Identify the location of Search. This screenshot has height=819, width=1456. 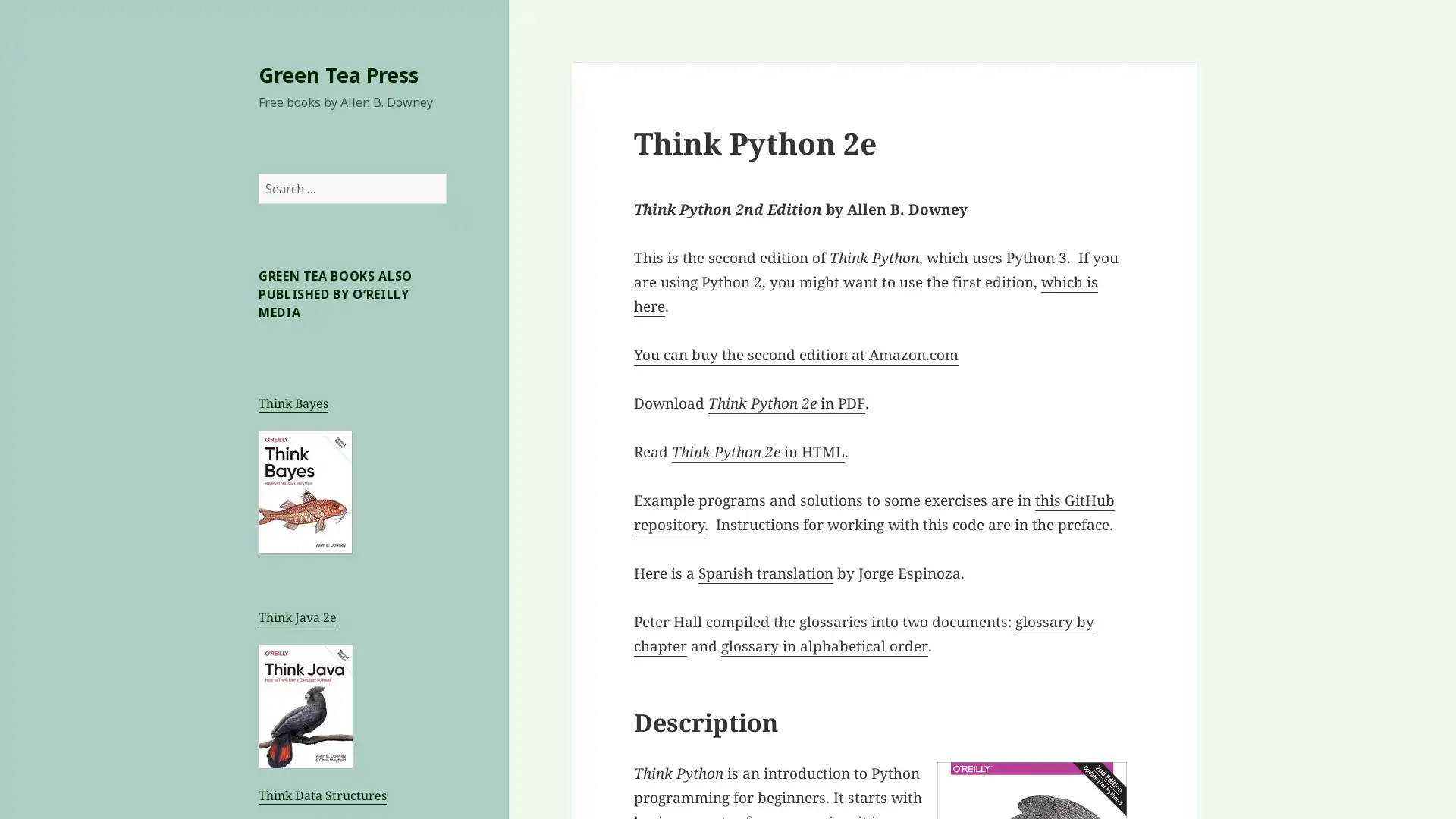
(445, 173).